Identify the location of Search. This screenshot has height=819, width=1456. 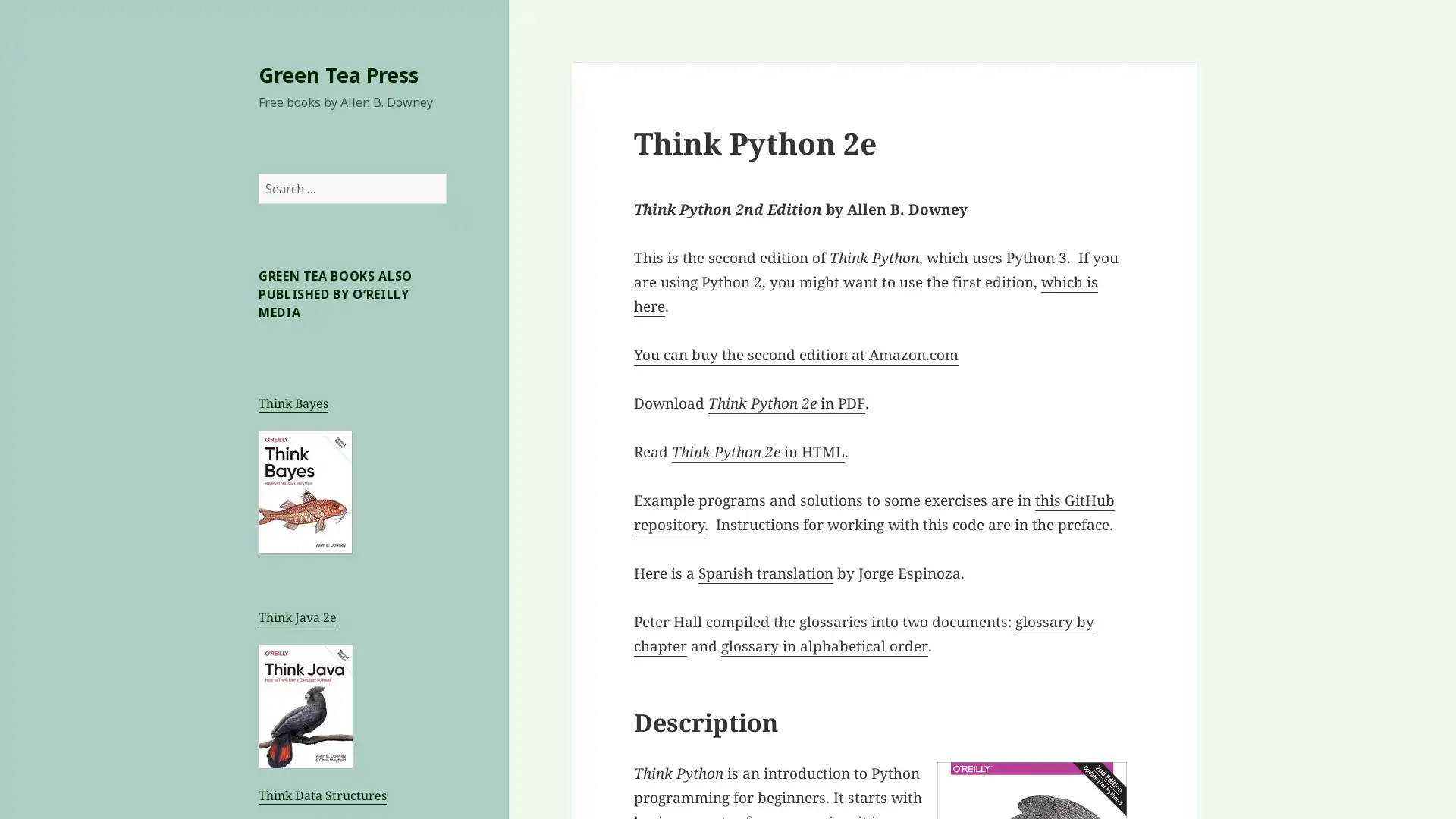
(445, 173).